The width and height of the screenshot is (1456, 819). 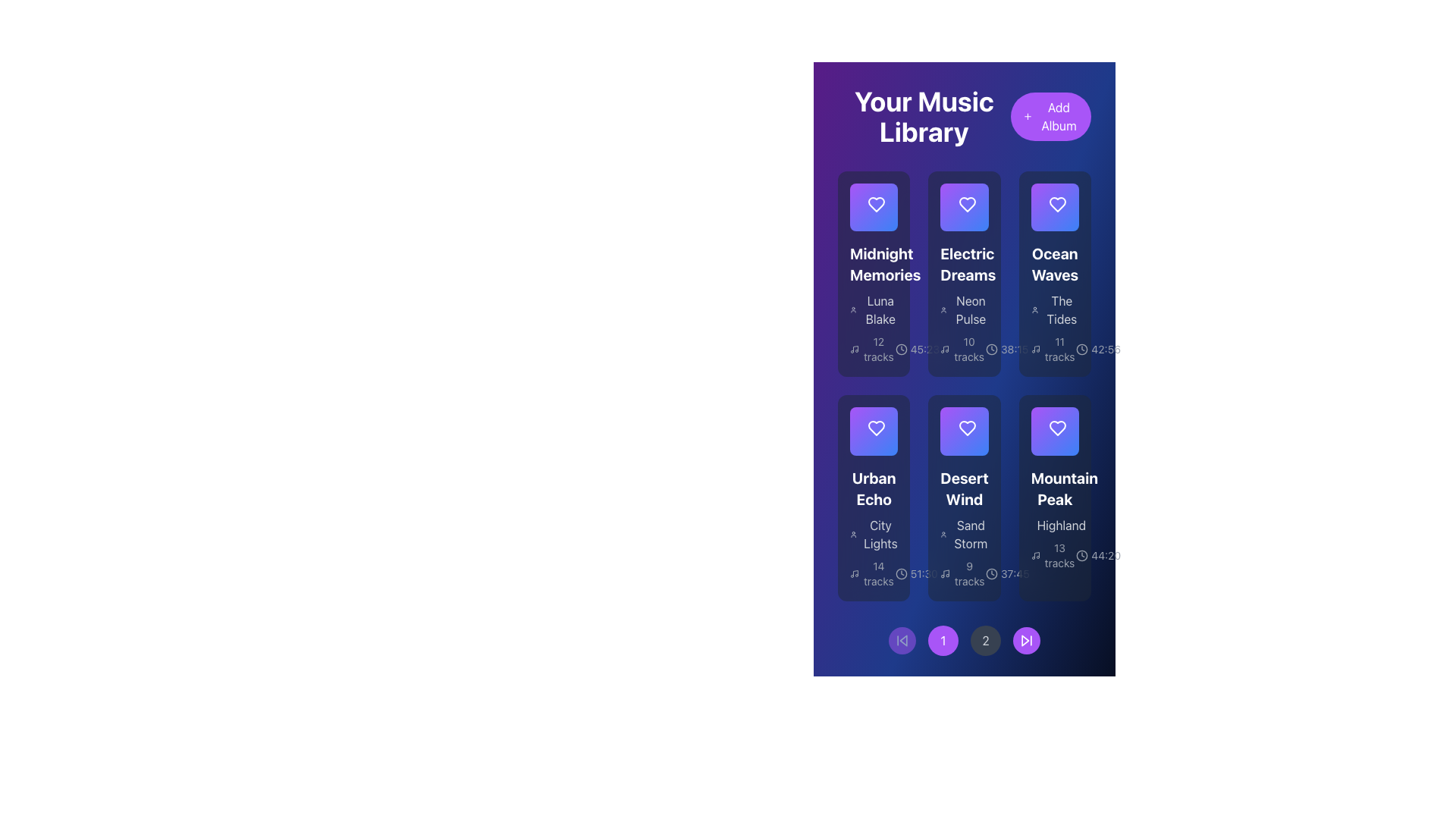 I want to click on the label indicating the artist of the album 'Midnight Memories', which is located directly beneath the album title in the top-left position of the album card grid layout, so click(x=874, y=304).